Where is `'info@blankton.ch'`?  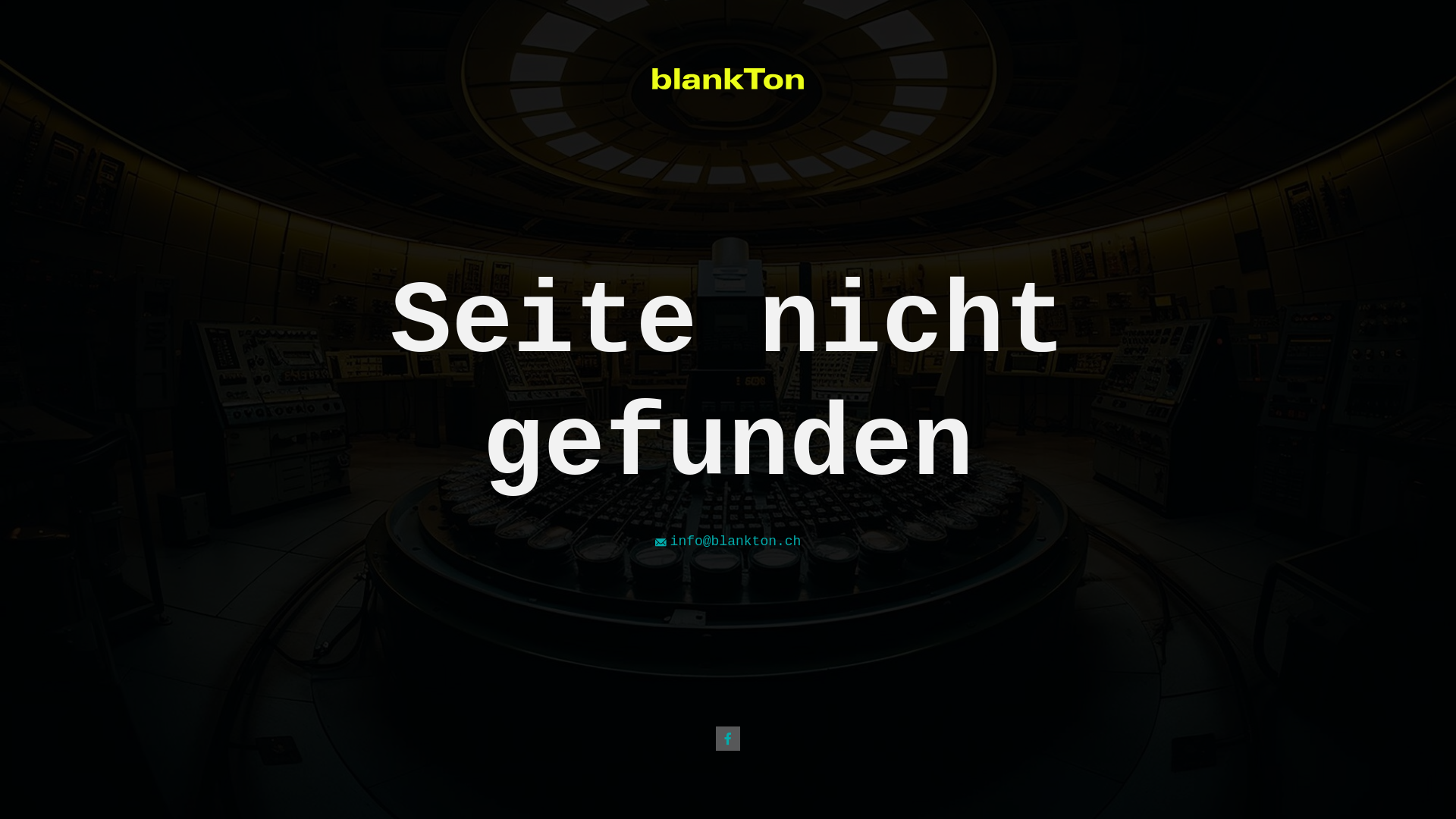 'info@blankton.ch' is located at coordinates (728, 541).